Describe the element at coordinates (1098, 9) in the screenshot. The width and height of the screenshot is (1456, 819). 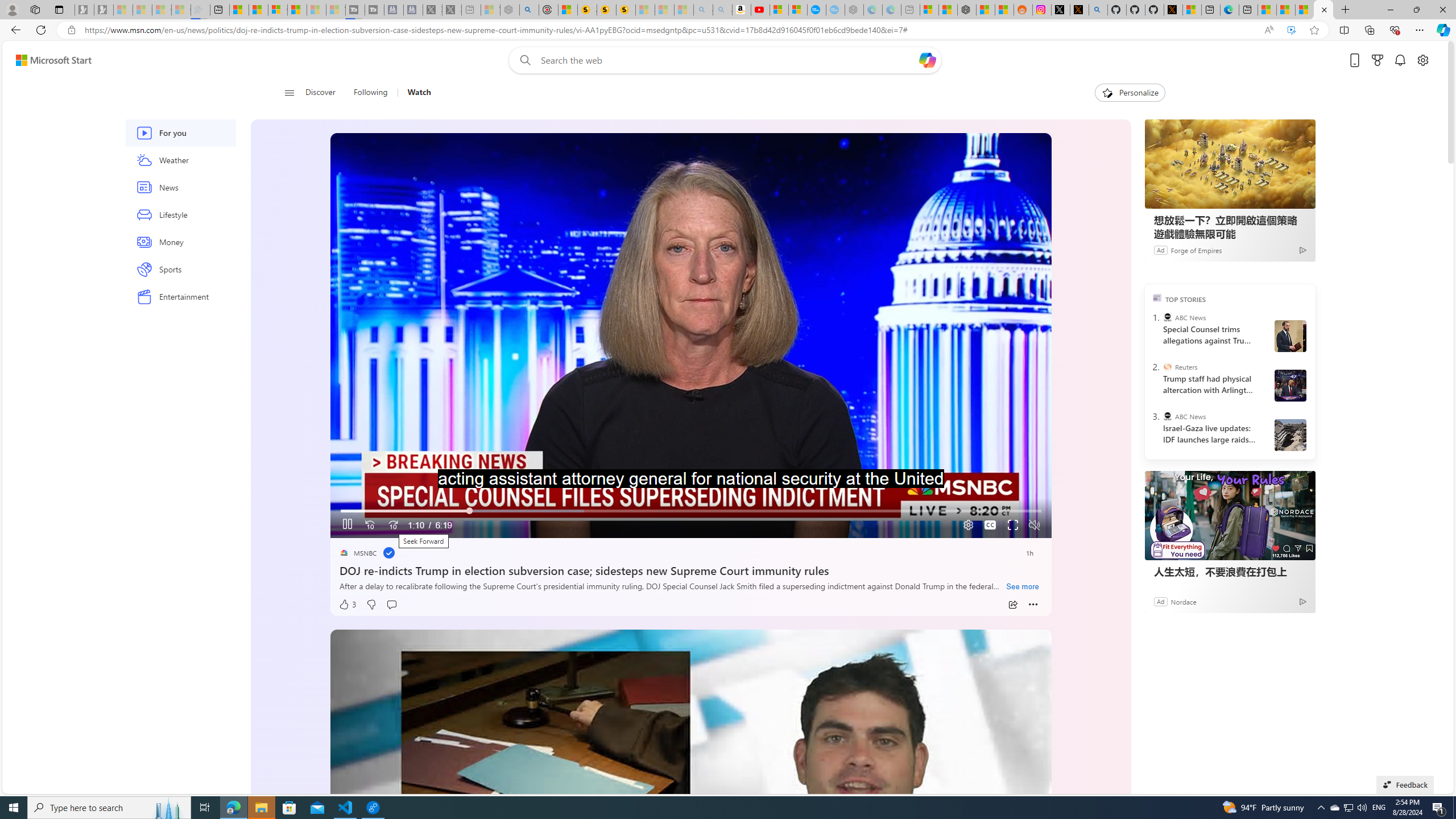
I see `'github - Search'` at that location.